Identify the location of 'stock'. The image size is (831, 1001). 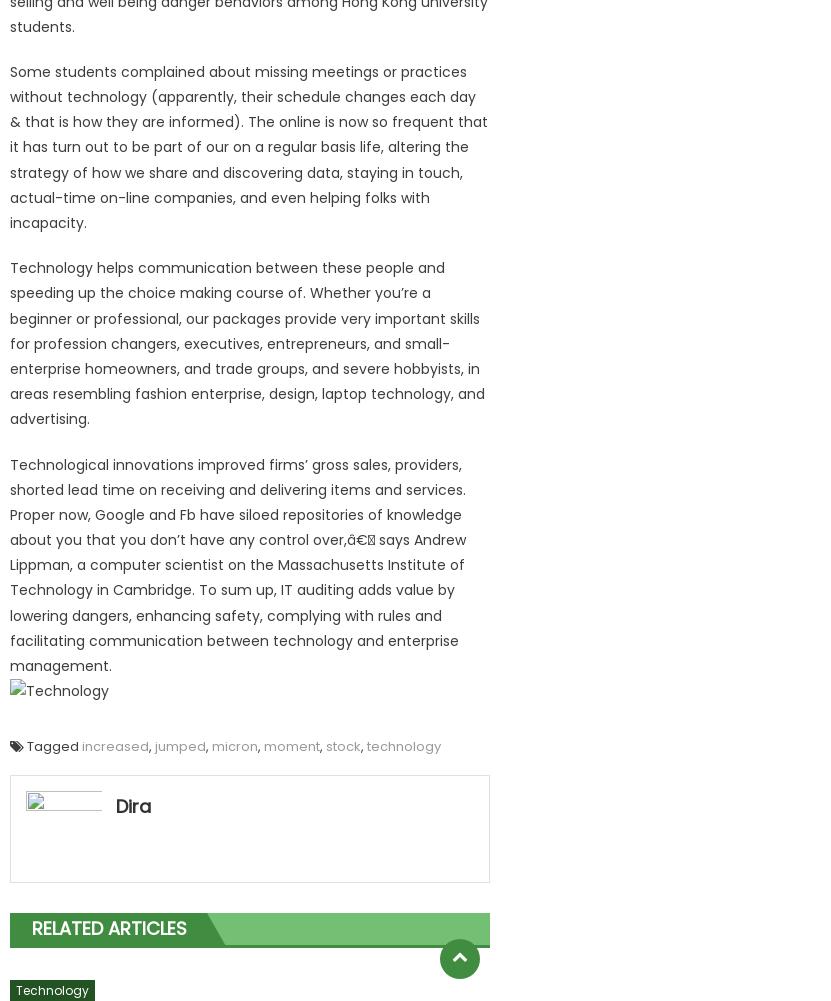
(342, 746).